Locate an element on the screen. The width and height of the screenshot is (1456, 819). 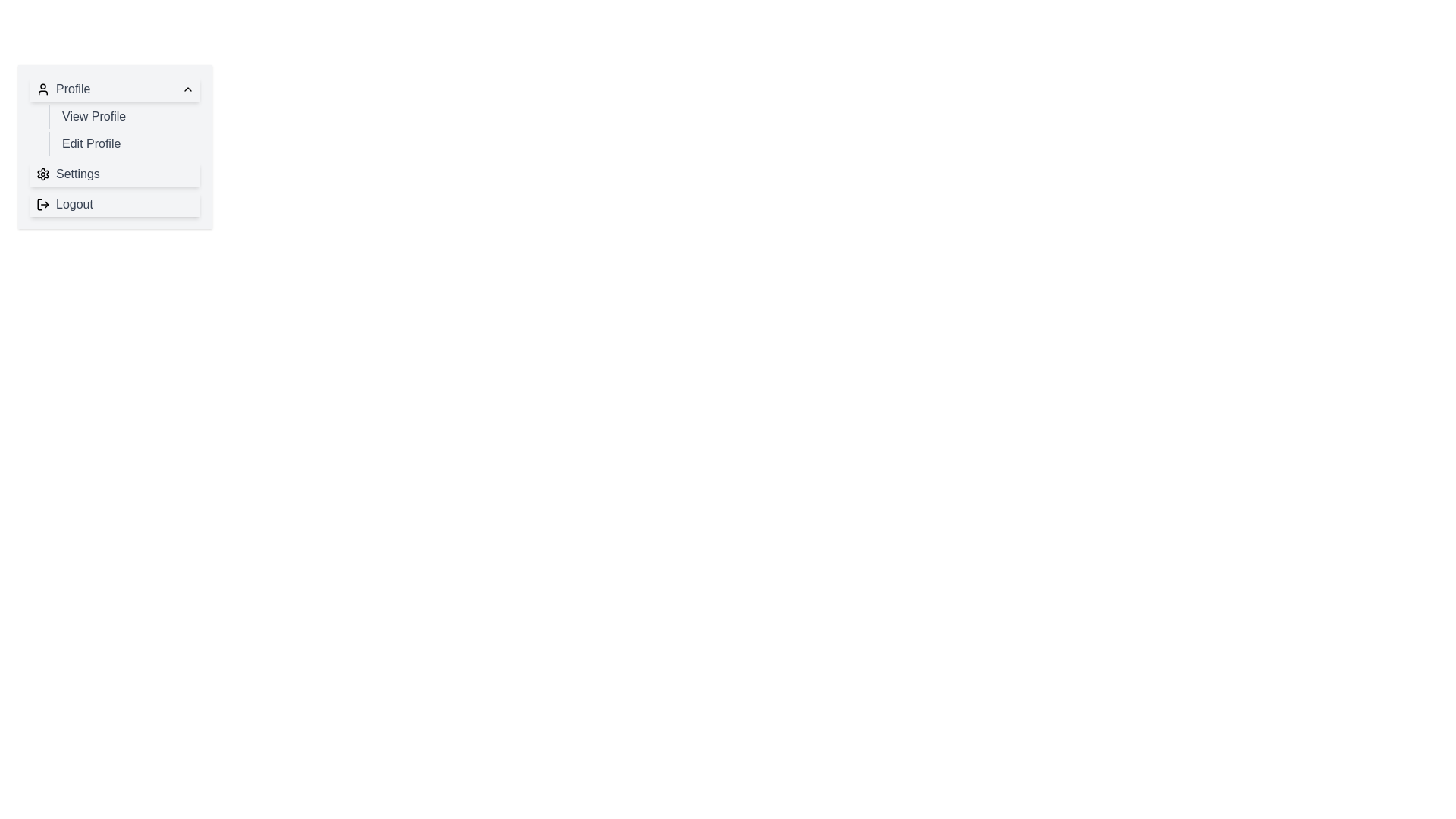
the settings icon located to the left of the 'Settings' text in the vertical menu under the 'Profile' section is located at coordinates (43, 174).